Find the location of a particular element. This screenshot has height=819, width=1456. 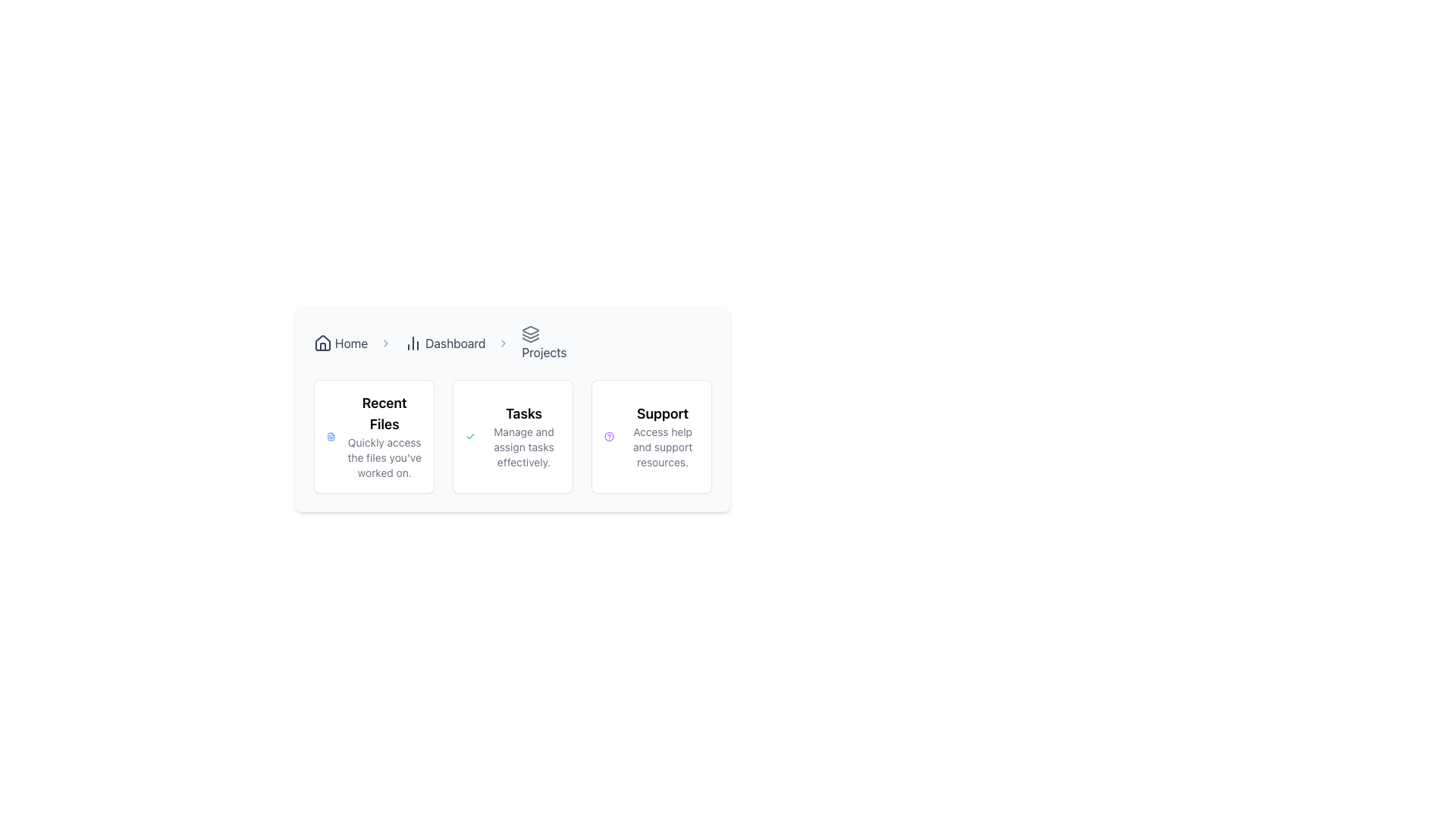

title and subtitle of the Informative Card located in the leftmost column of the grid layout, positioned below the breadcrumb navigation is located at coordinates (374, 436).